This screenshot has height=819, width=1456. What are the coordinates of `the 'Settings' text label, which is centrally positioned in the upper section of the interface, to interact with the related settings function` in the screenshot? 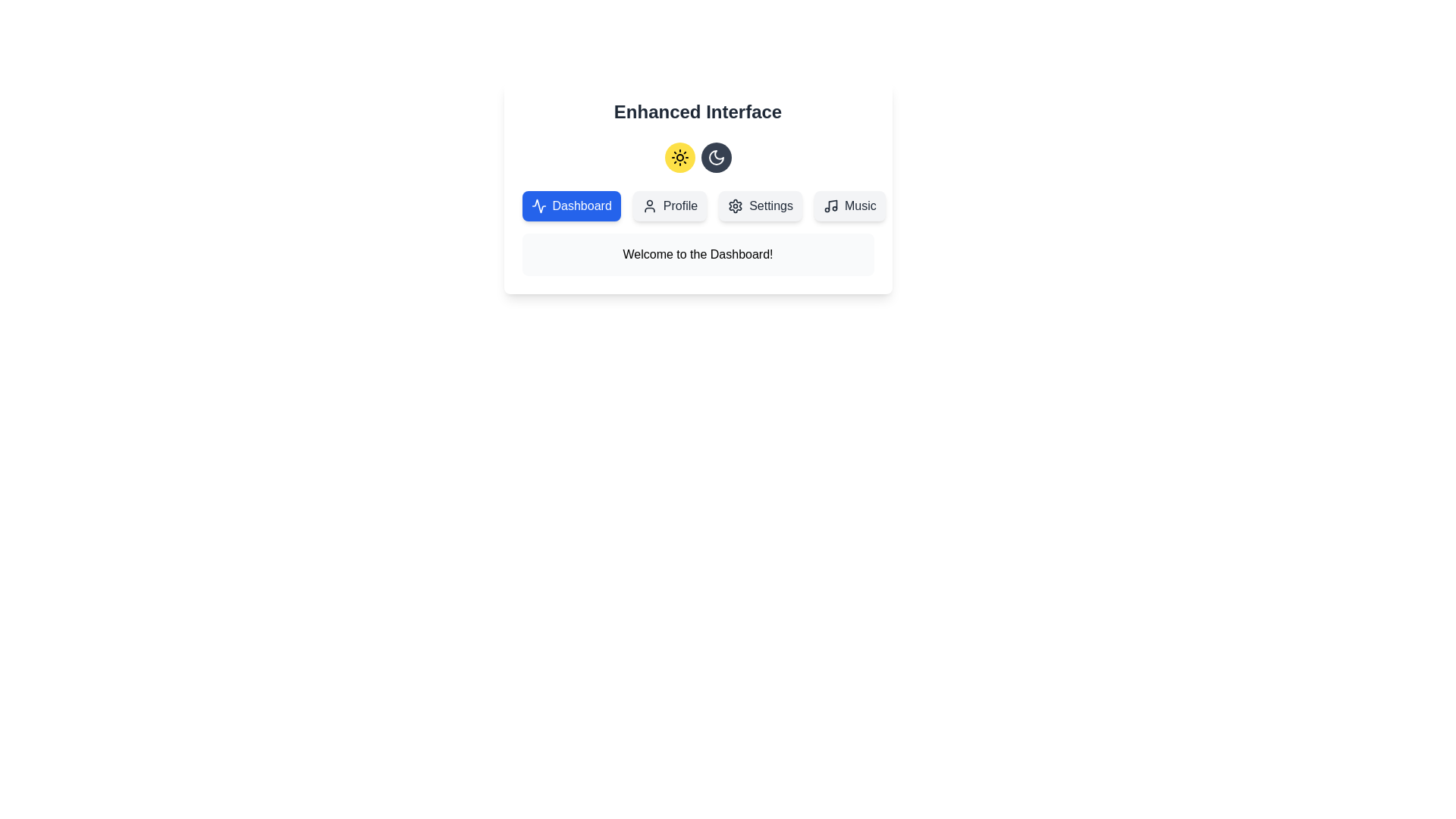 It's located at (771, 206).